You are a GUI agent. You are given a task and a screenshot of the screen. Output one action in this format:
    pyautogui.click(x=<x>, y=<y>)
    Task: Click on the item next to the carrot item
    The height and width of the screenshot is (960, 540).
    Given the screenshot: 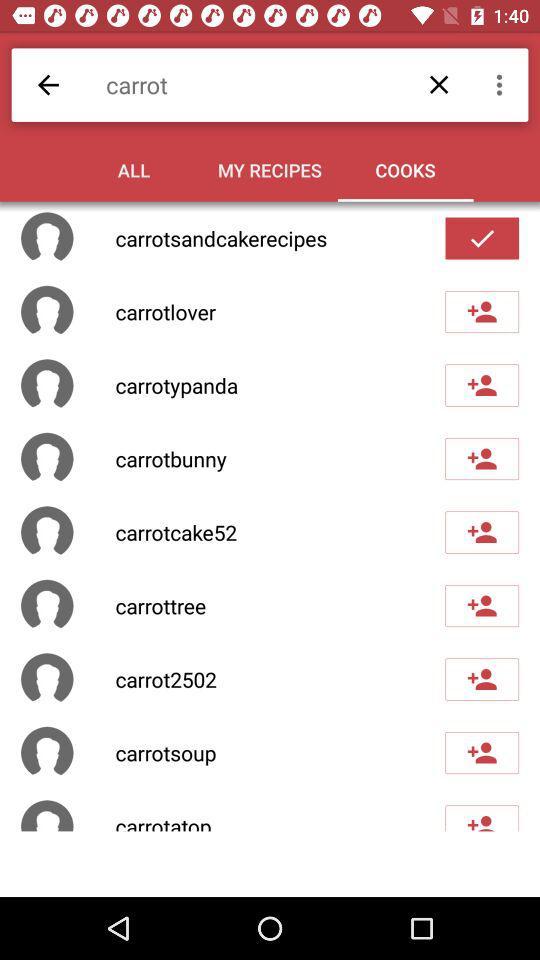 What is the action you would take?
    pyautogui.click(x=501, y=85)
    